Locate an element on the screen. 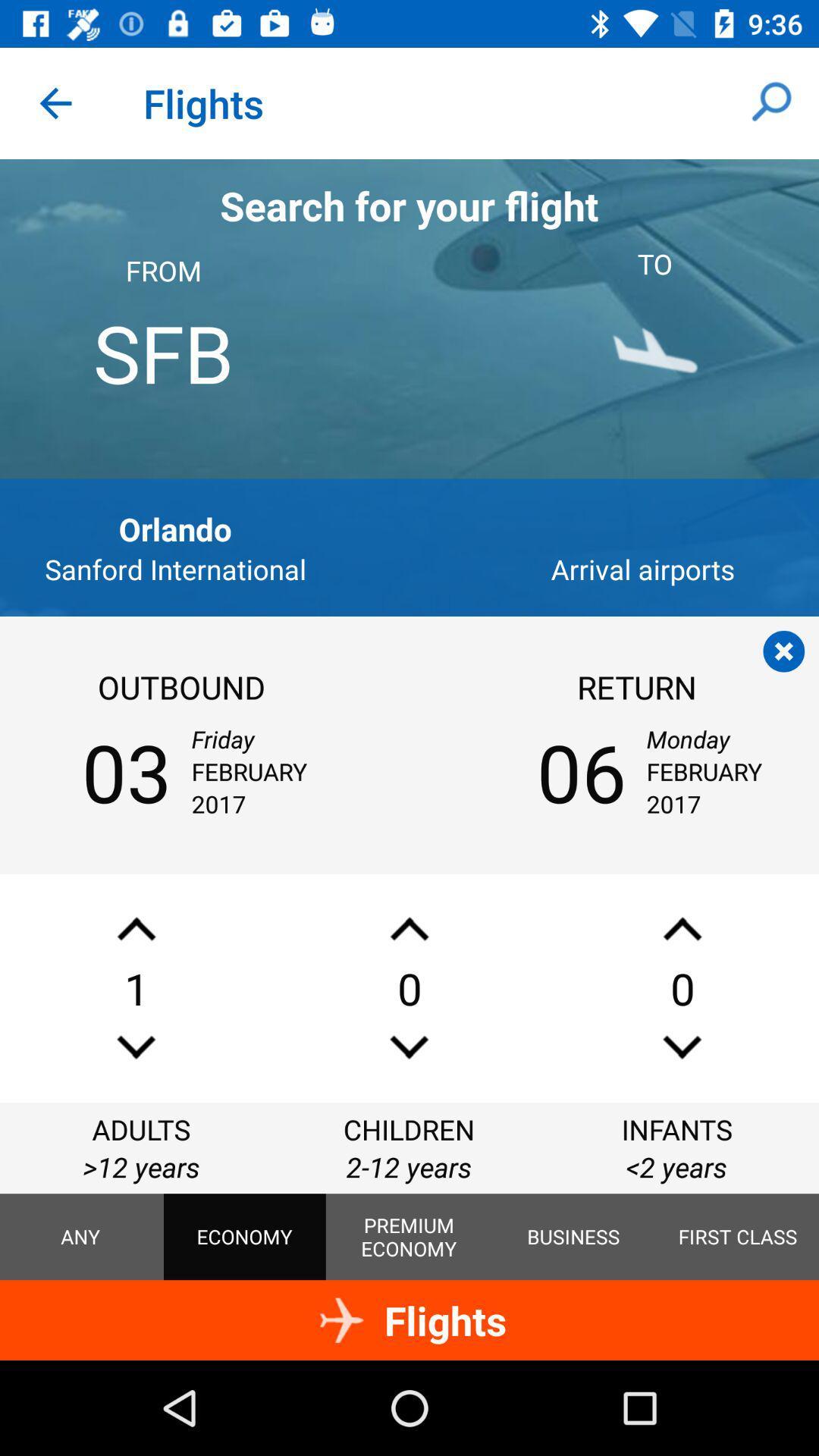 The height and width of the screenshot is (1456, 819). icon below the 2-12 years icon is located at coordinates (408, 1237).